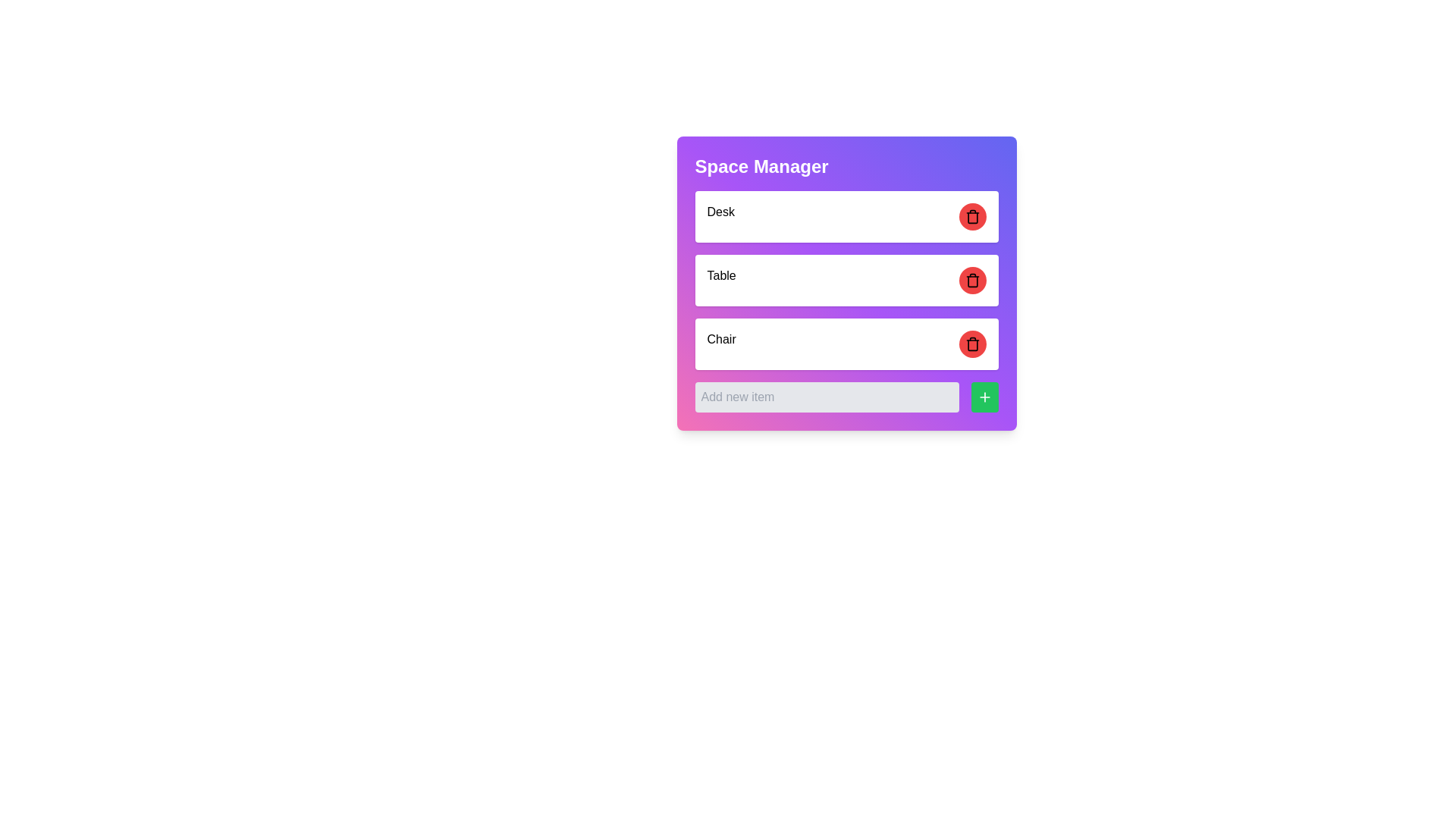 The image size is (1456, 819). What do you see at coordinates (972, 281) in the screenshot?
I see `the delete button located on the right side of the 'Table' row in the 'Space Manager' interface` at bounding box center [972, 281].